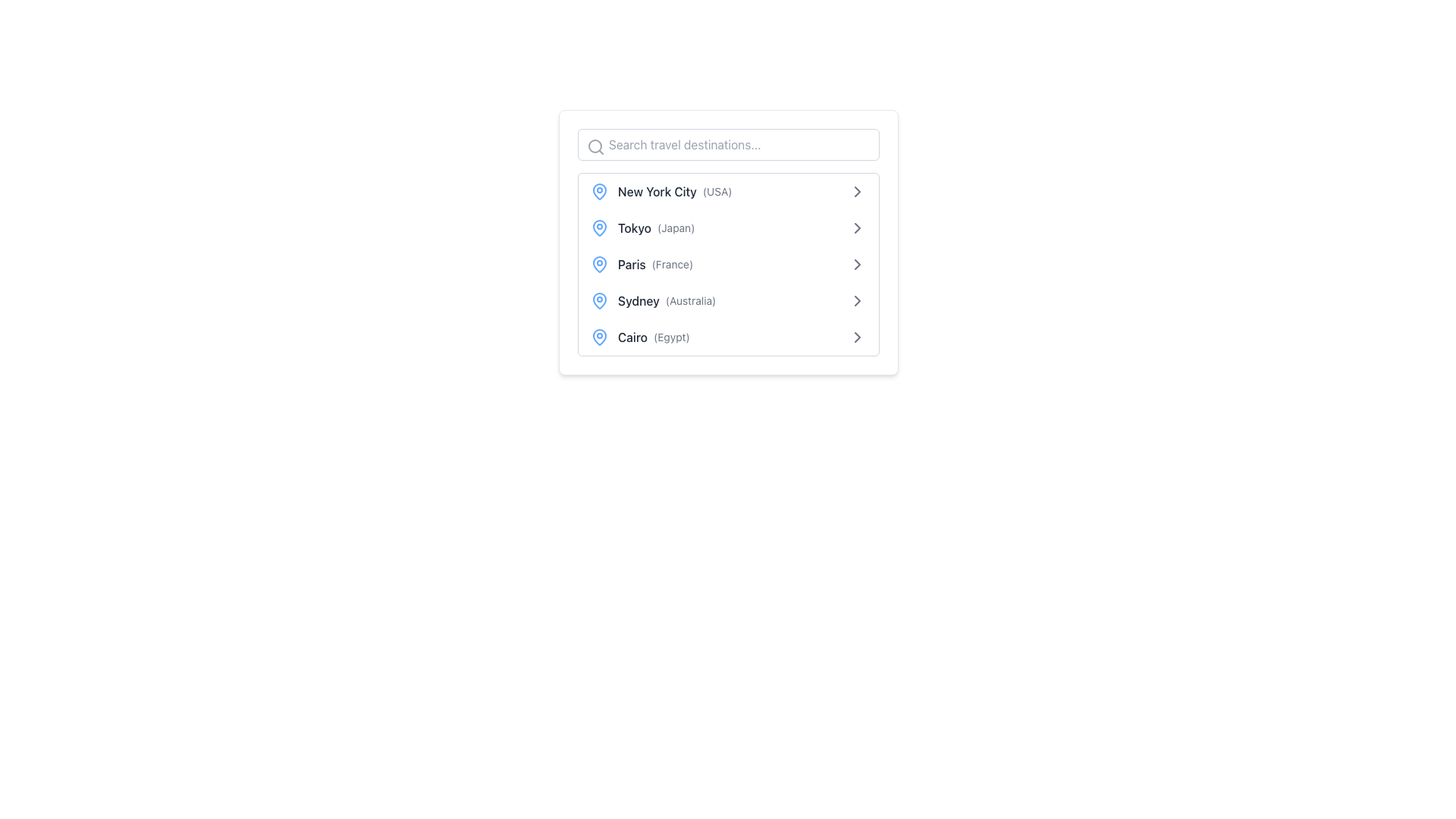  I want to click on the text label displaying 'Paris (France)', so click(642, 263).